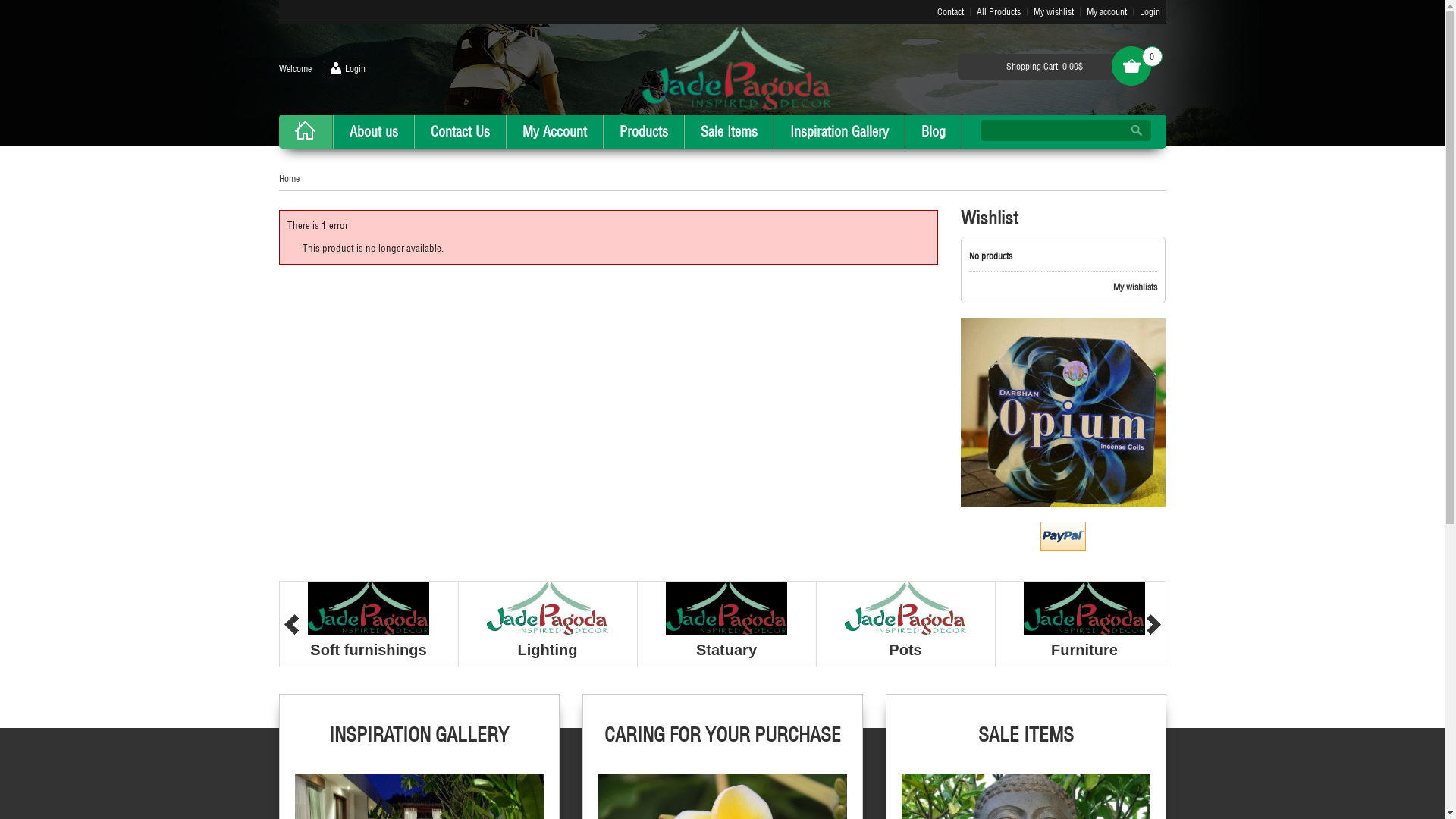 The width and height of the screenshot is (1456, 819). What do you see at coordinates (290, 624) in the screenshot?
I see `'Previous'` at bounding box center [290, 624].